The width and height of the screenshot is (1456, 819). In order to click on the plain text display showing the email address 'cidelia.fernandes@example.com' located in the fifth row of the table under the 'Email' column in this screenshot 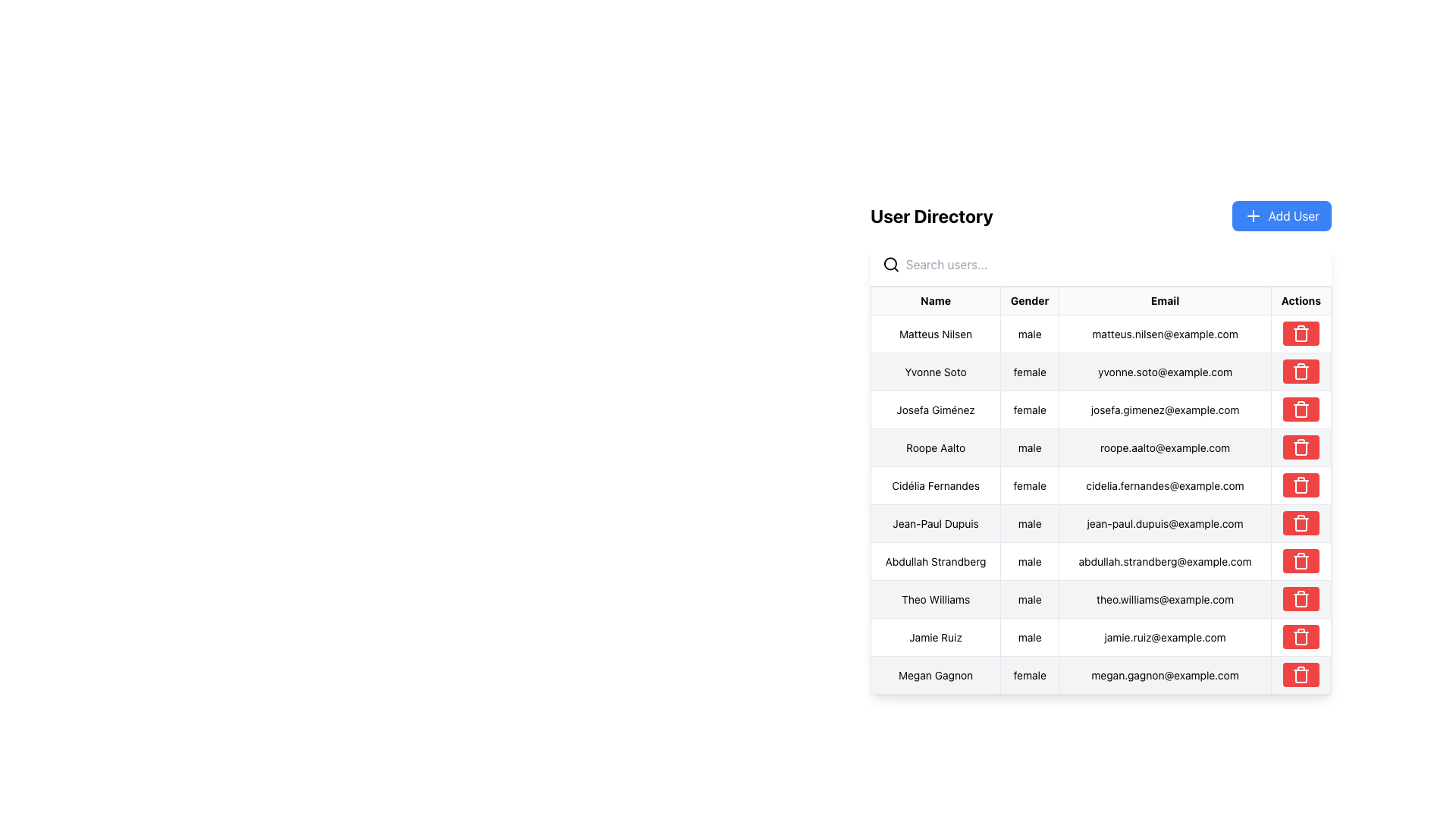, I will do `click(1164, 485)`.